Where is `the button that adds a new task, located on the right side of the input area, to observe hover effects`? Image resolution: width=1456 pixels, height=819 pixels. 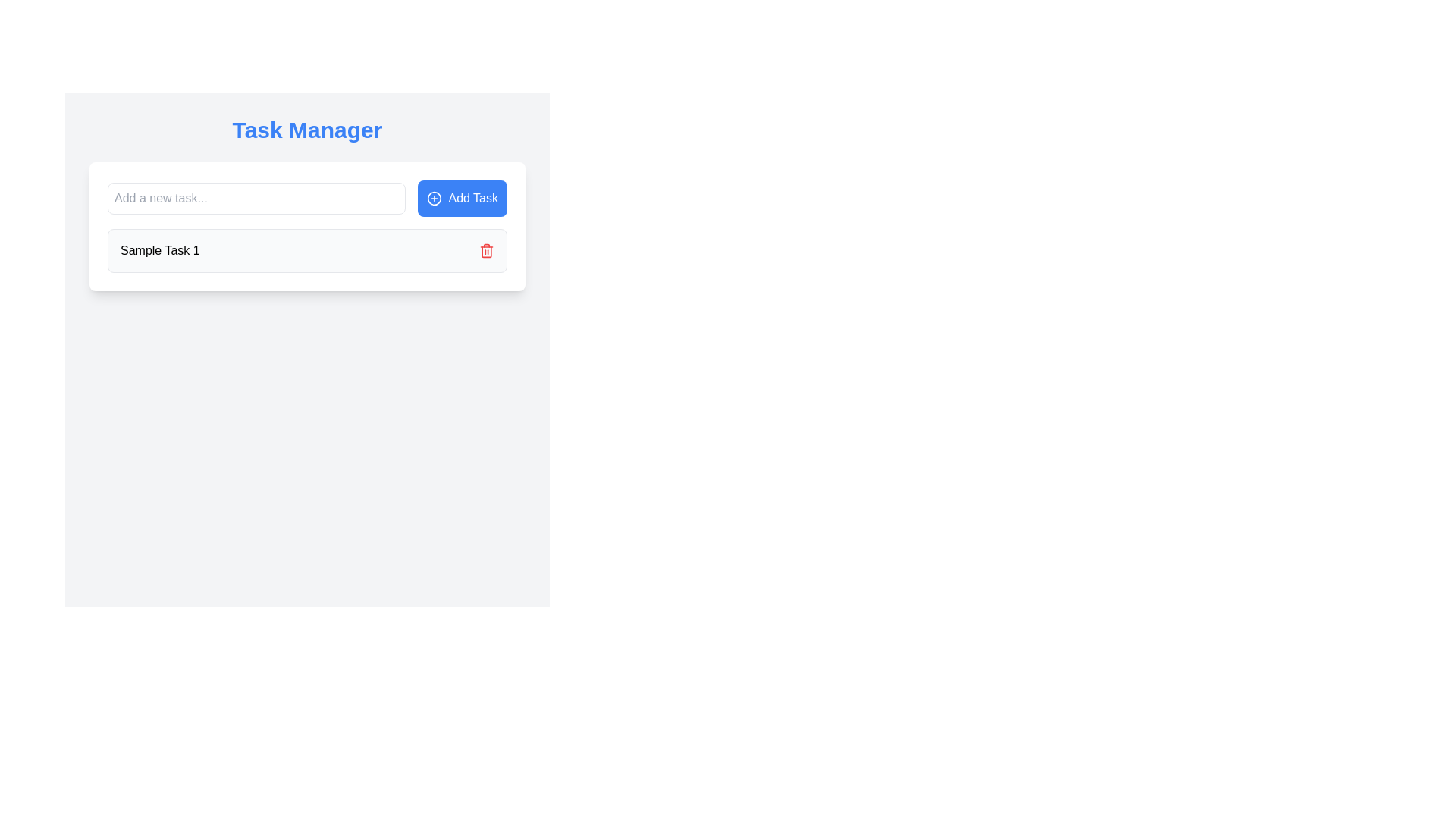
the button that adds a new task, located on the right side of the input area, to observe hover effects is located at coordinates (462, 198).